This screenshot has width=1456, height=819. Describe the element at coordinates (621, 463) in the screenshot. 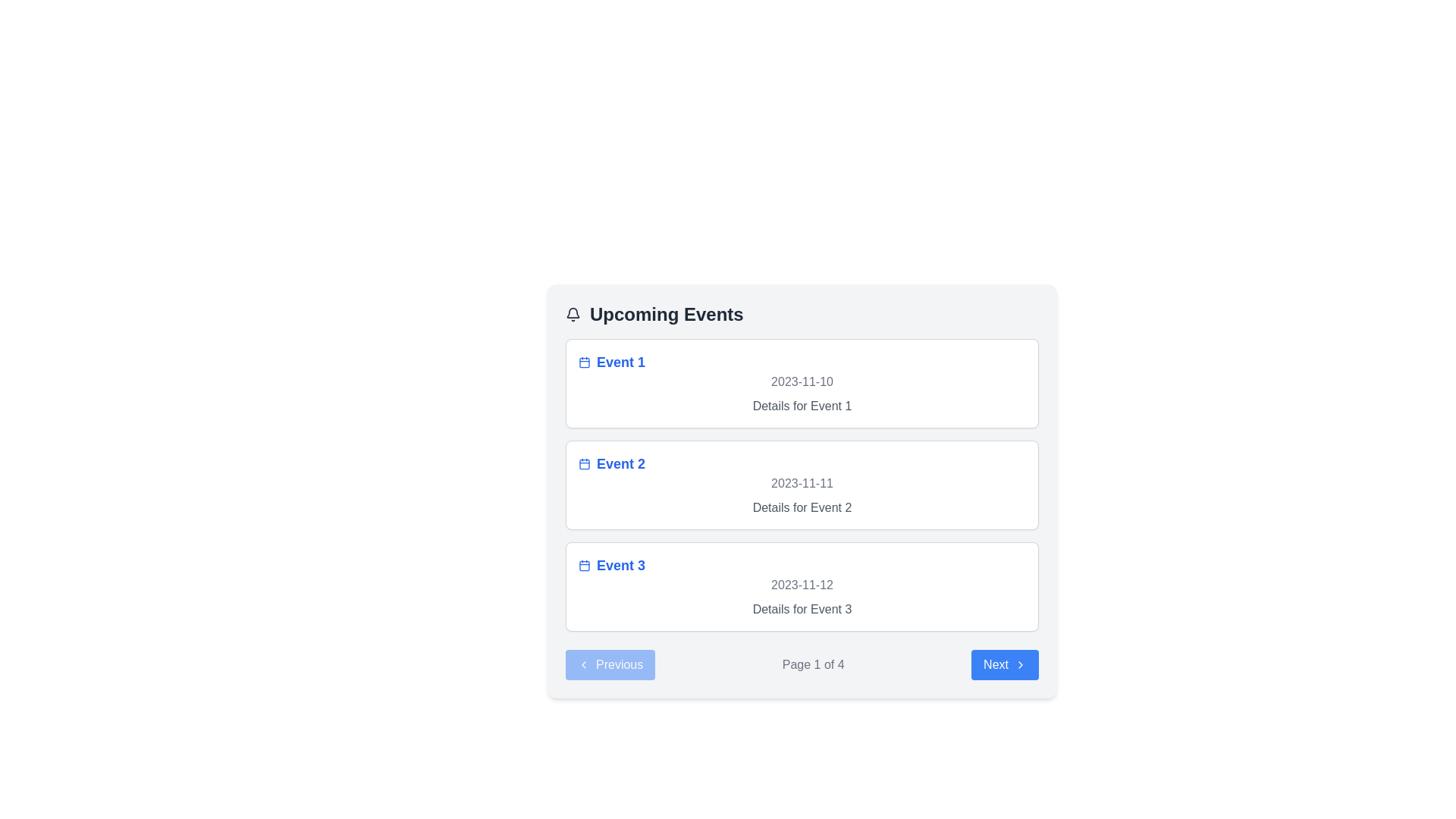

I see `text of the second event label located between 'Event 1' and 'Event 3' in the vertical list of events` at that location.